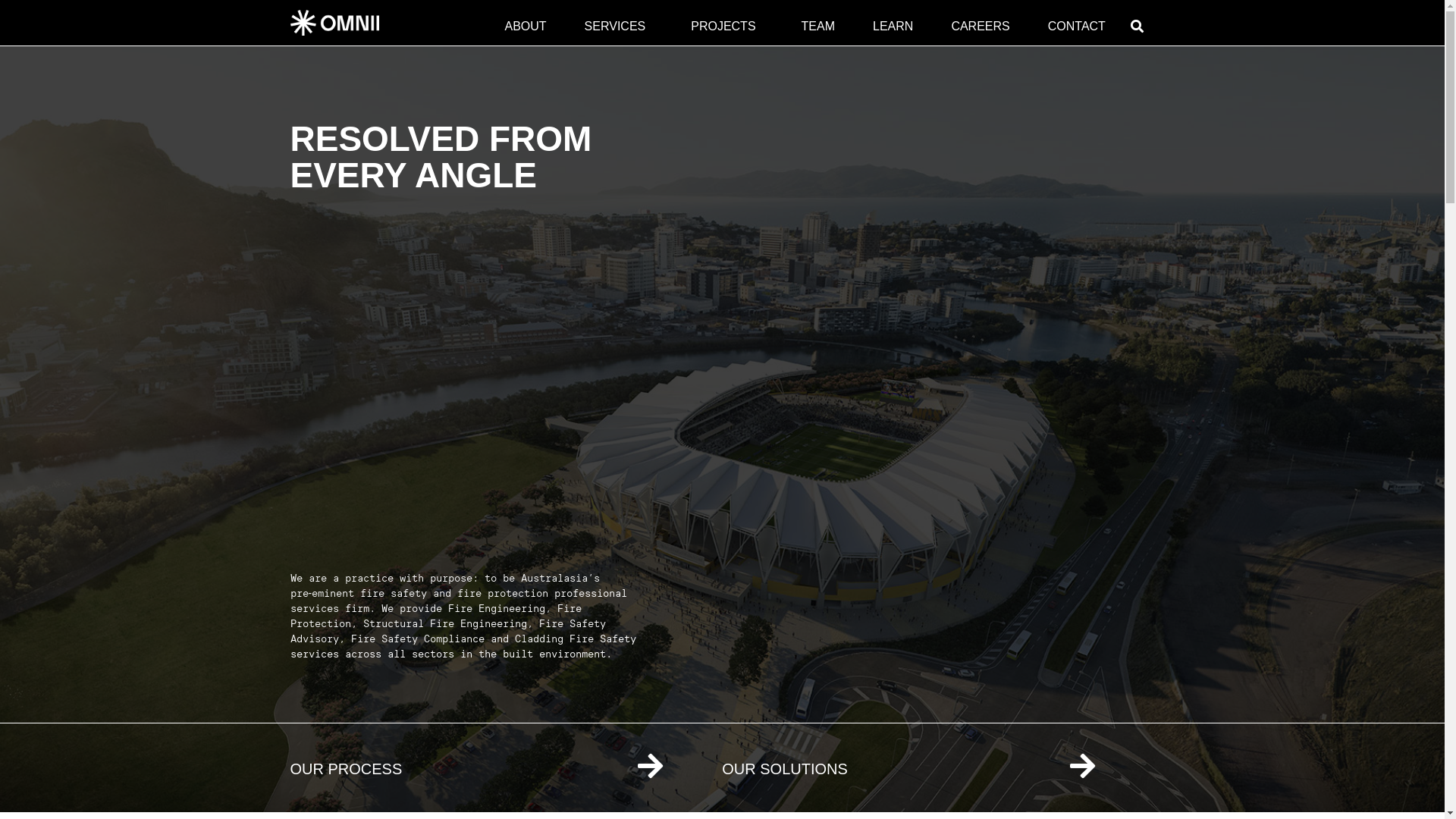 The width and height of the screenshot is (1456, 819). I want to click on 'ABOUT', so click(525, 26).